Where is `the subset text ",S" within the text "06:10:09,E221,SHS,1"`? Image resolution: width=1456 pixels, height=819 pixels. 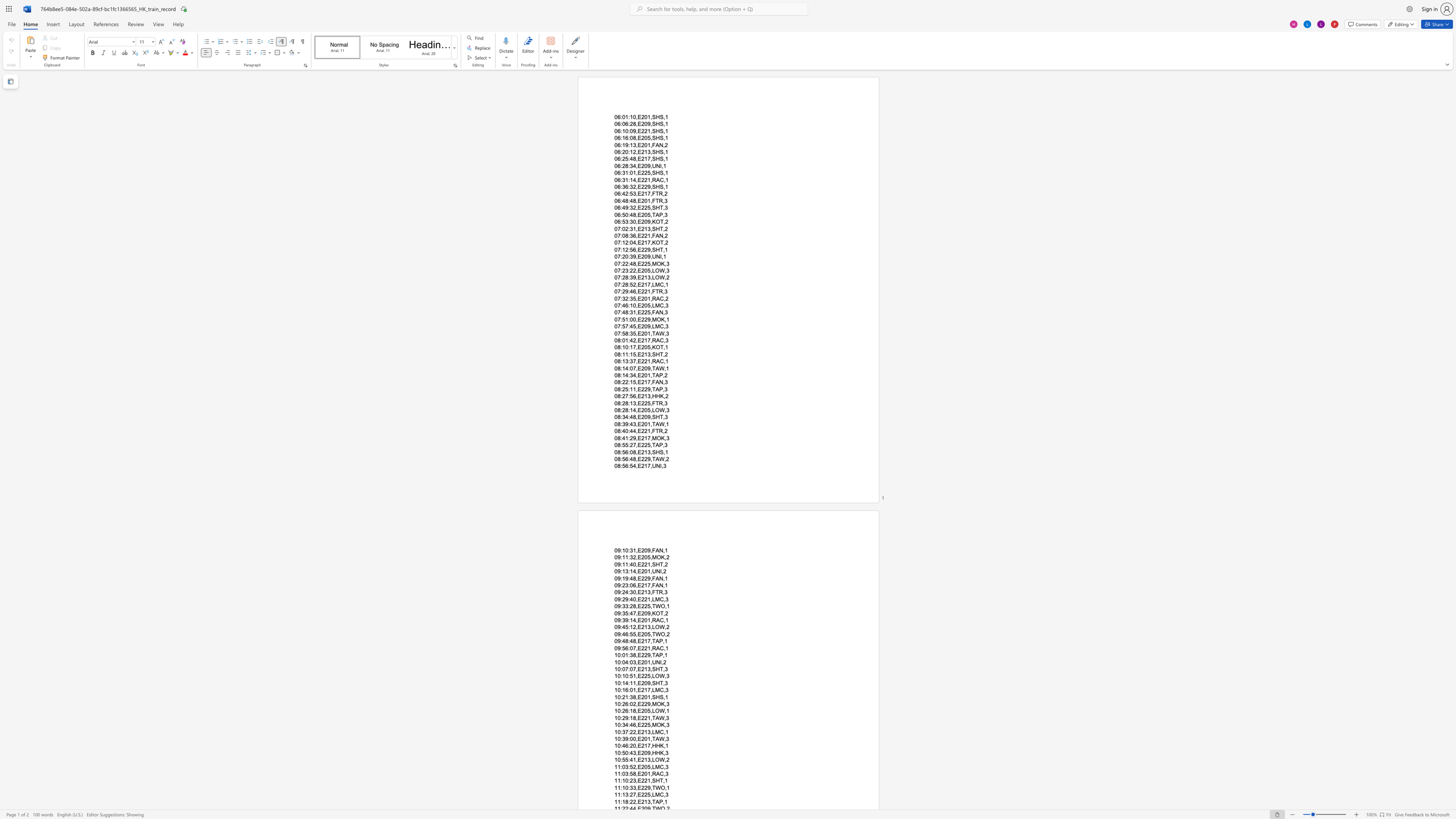
the subset text ",S" within the text "06:10:09,E221,SHS,1" is located at coordinates (649, 130).